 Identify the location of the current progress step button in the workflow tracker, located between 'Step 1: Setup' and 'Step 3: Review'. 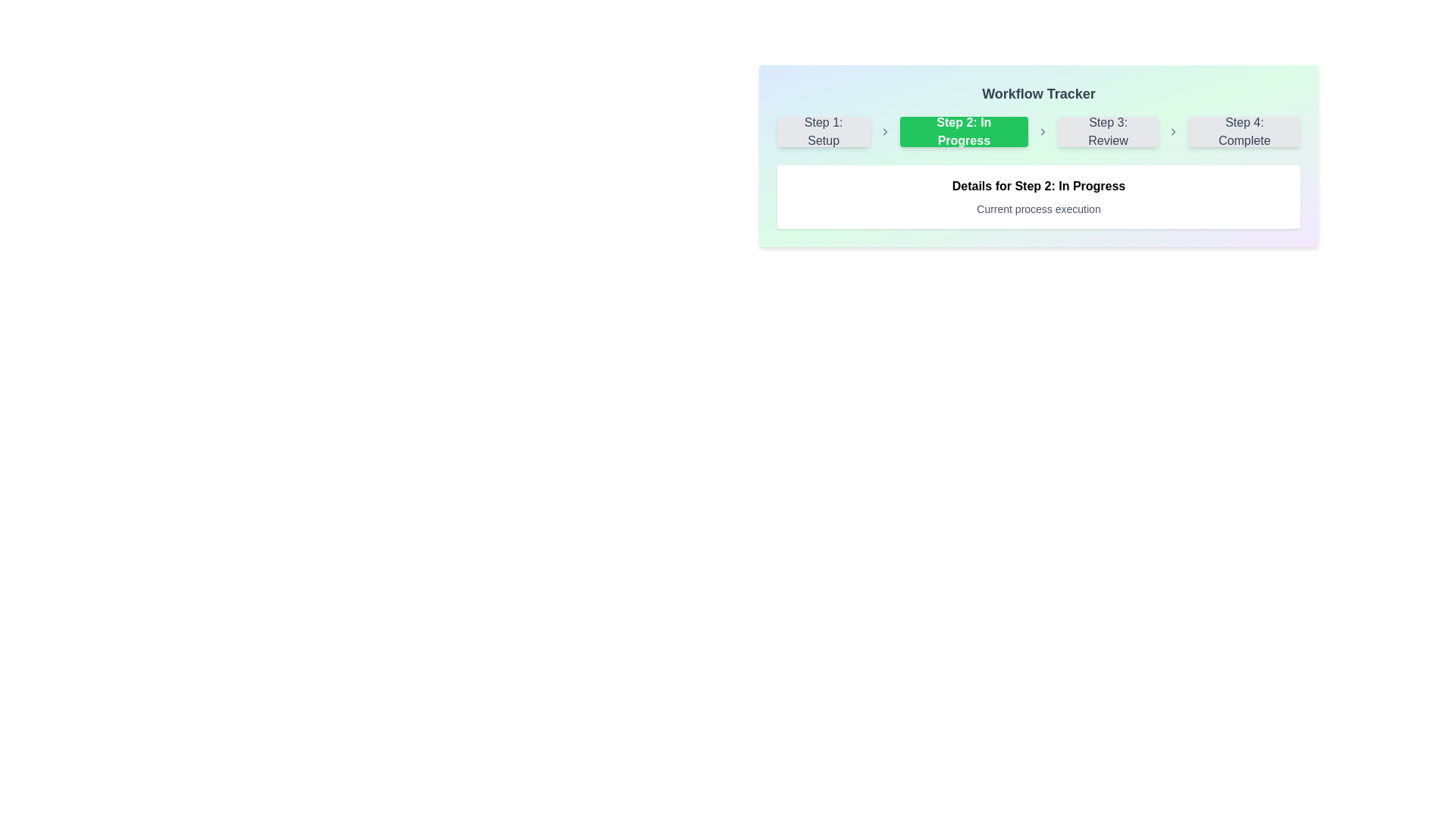
(963, 130).